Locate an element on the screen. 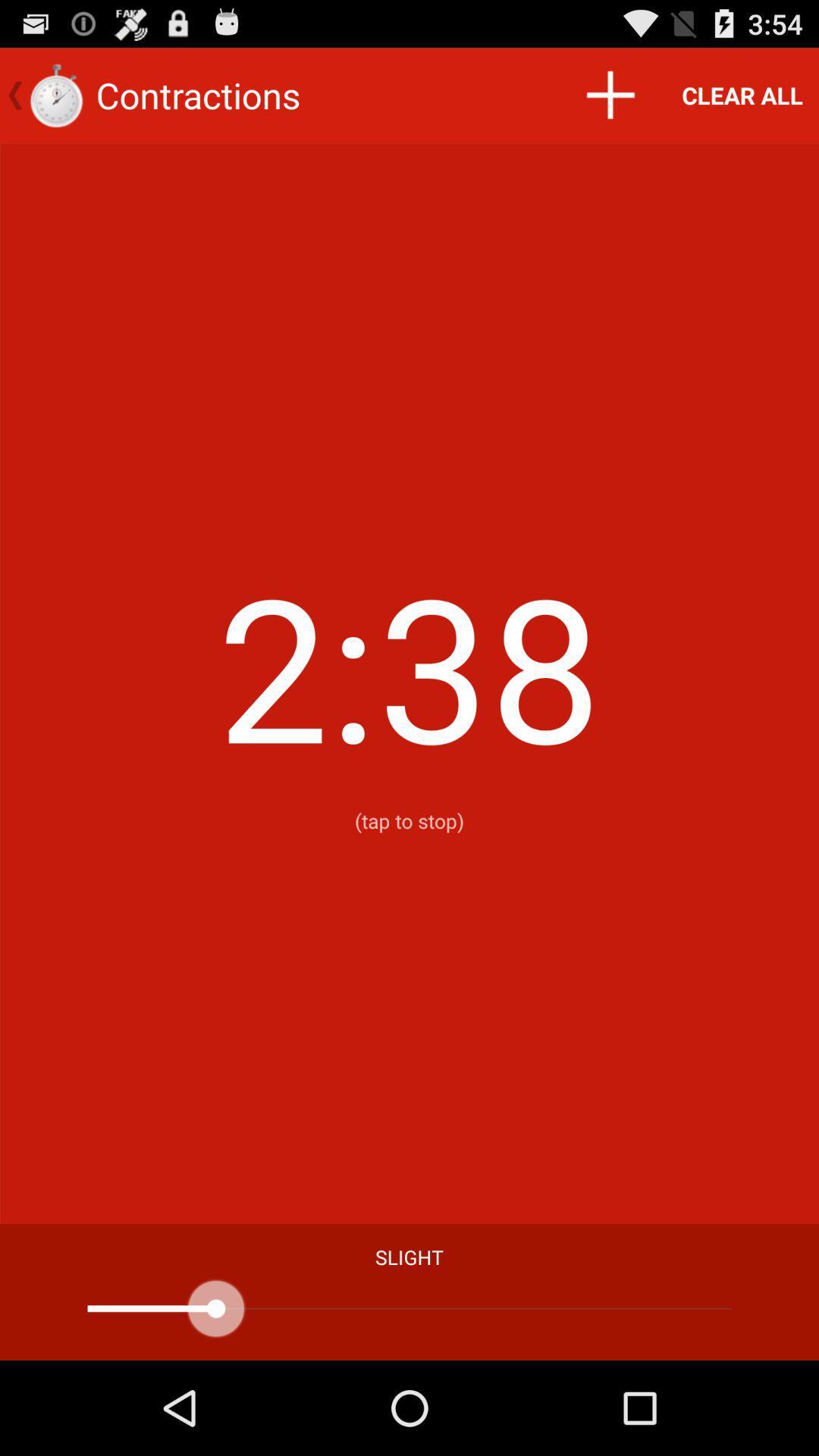 The image size is (819, 1456). the clear all item is located at coordinates (742, 94).